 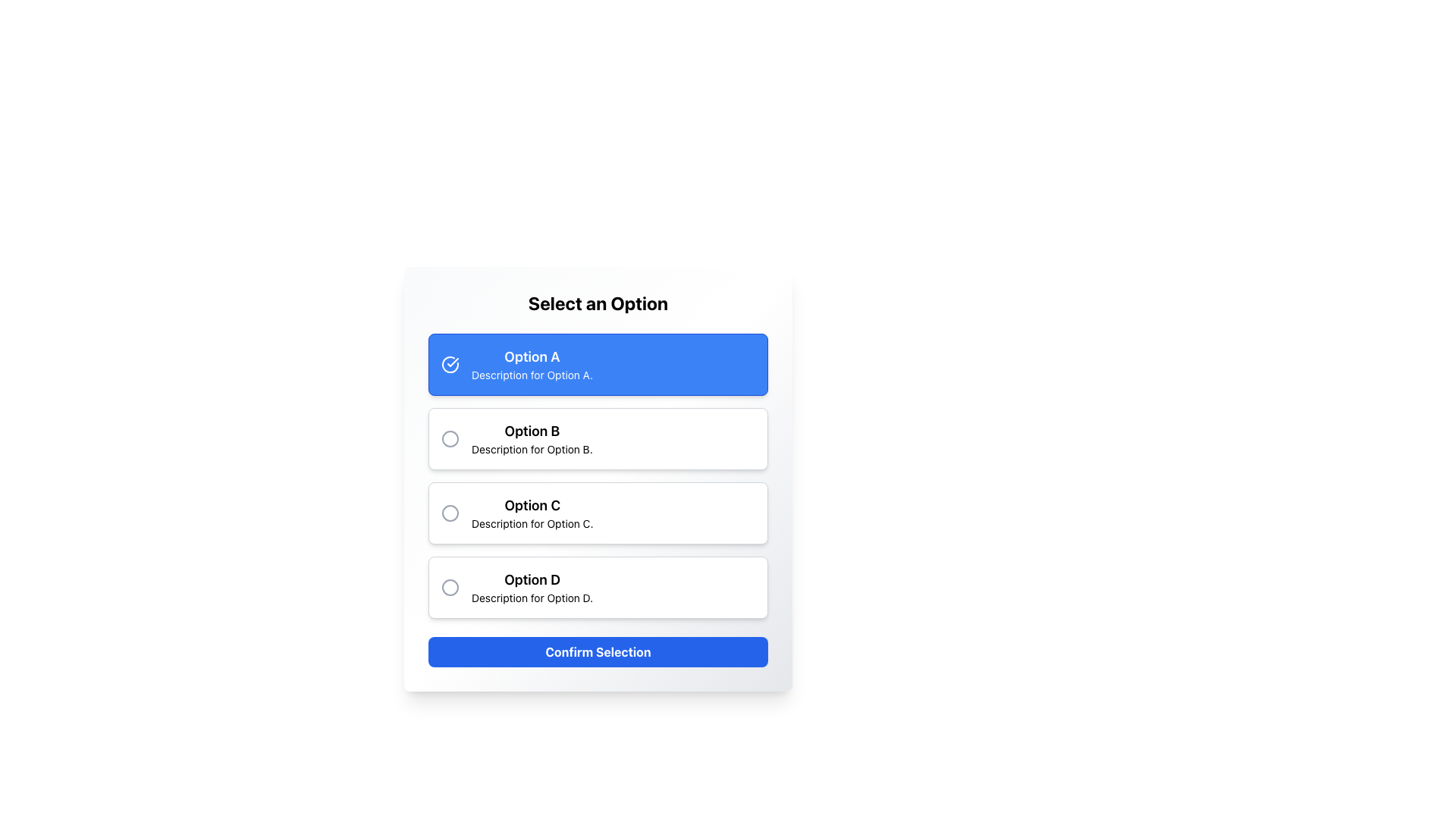 I want to click on the circular arc of the checkmark icon styled in white against a blue background, located within the option select row labeled 'Option A', so click(x=450, y=365).